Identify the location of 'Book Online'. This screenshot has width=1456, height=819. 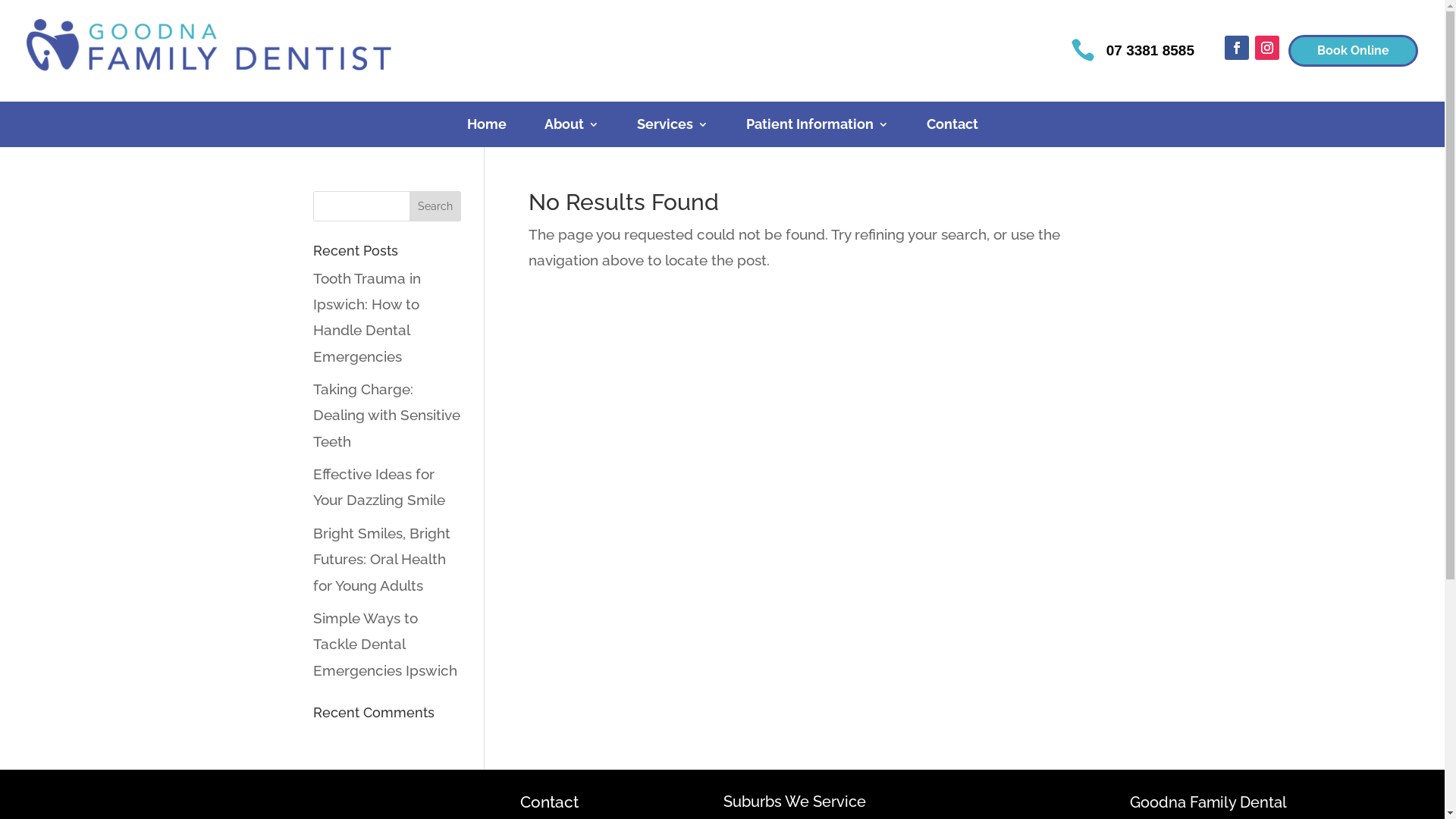
(1353, 50).